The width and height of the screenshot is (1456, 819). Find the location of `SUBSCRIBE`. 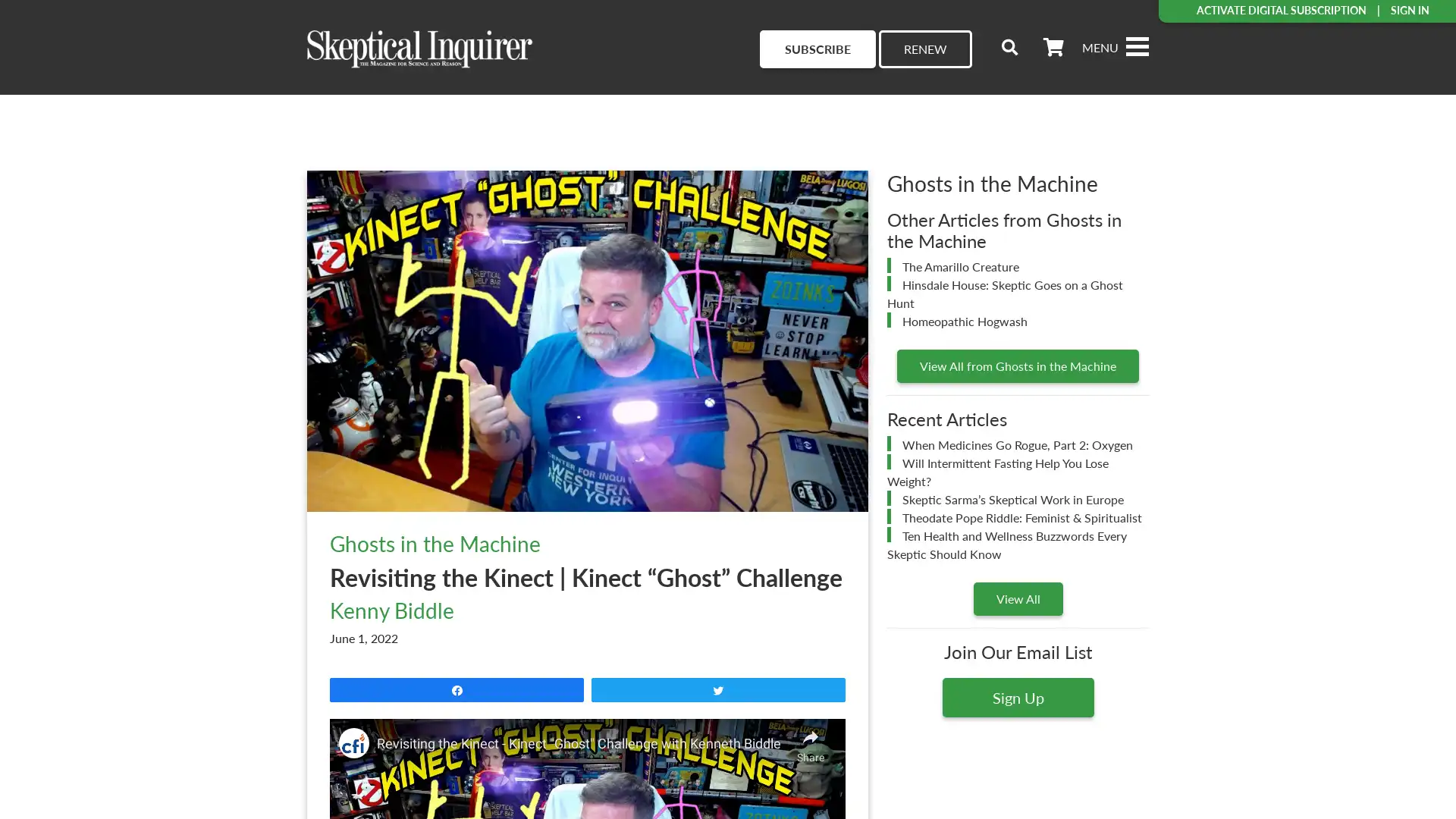

SUBSCRIBE is located at coordinates (817, 49).